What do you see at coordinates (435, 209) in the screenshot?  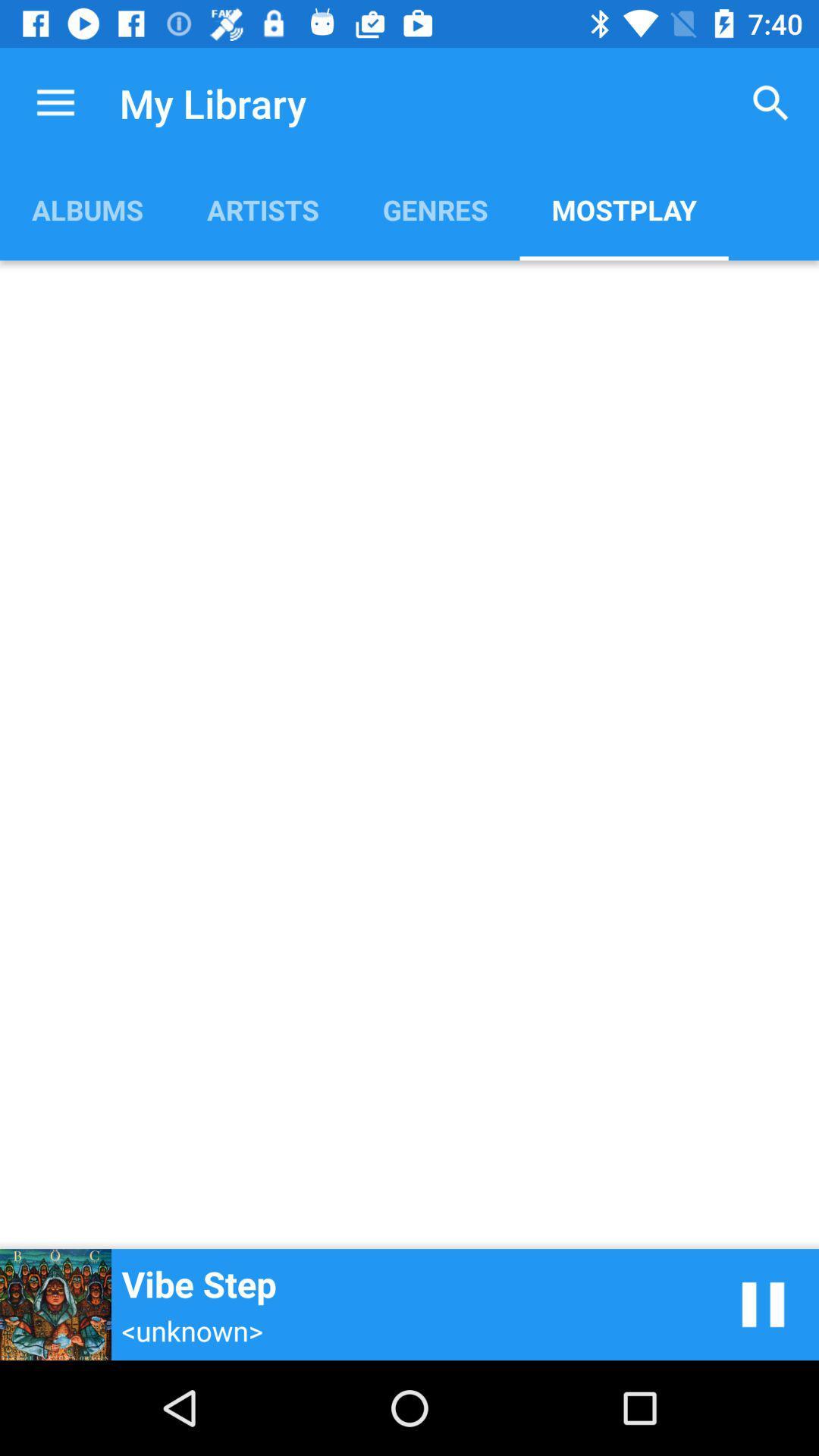 I see `genres app` at bounding box center [435, 209].